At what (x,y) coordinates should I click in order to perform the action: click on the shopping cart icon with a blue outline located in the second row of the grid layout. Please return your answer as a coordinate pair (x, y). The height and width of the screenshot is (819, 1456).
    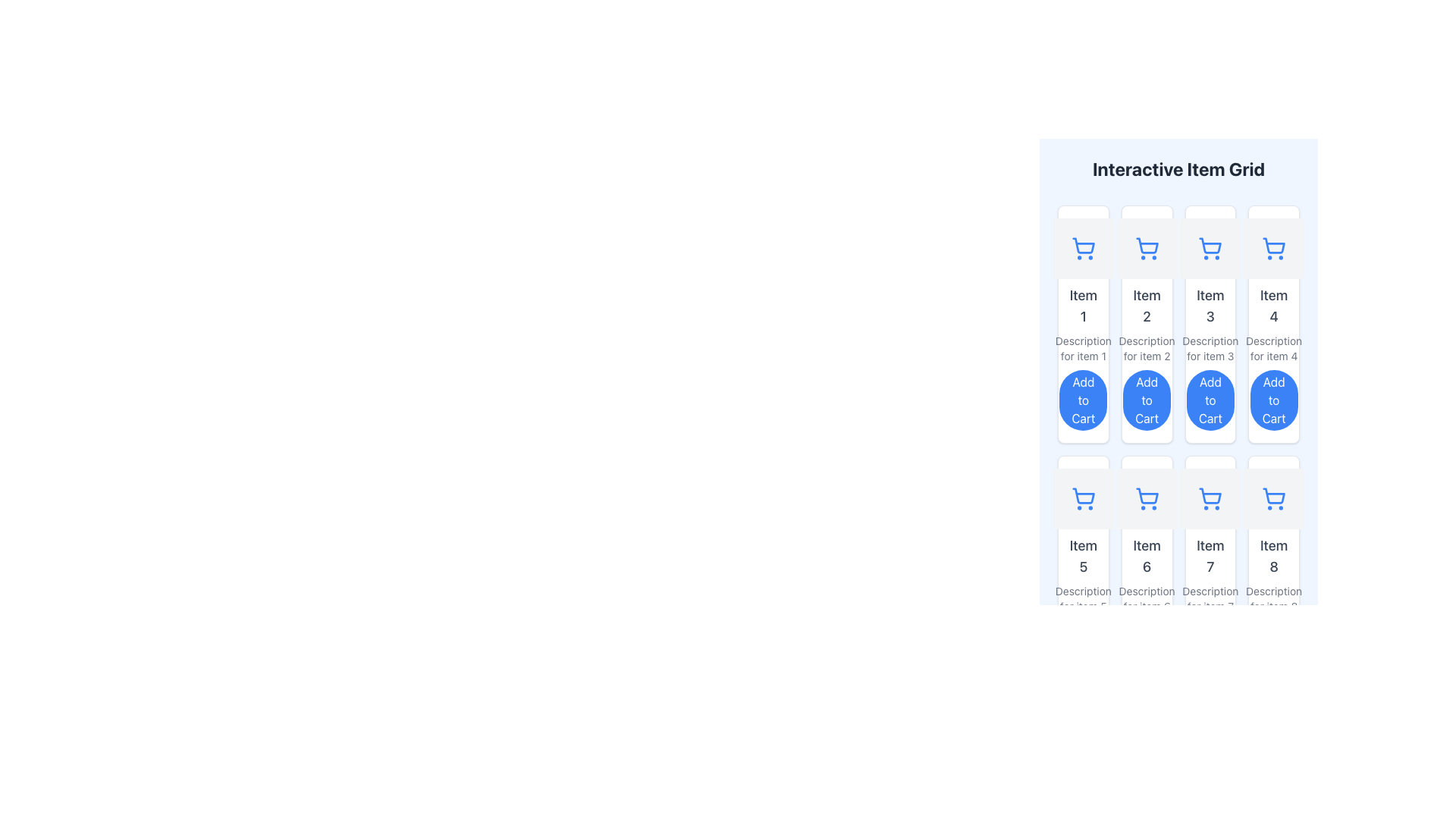
    Looking at the image, I should click on (1274, 499).